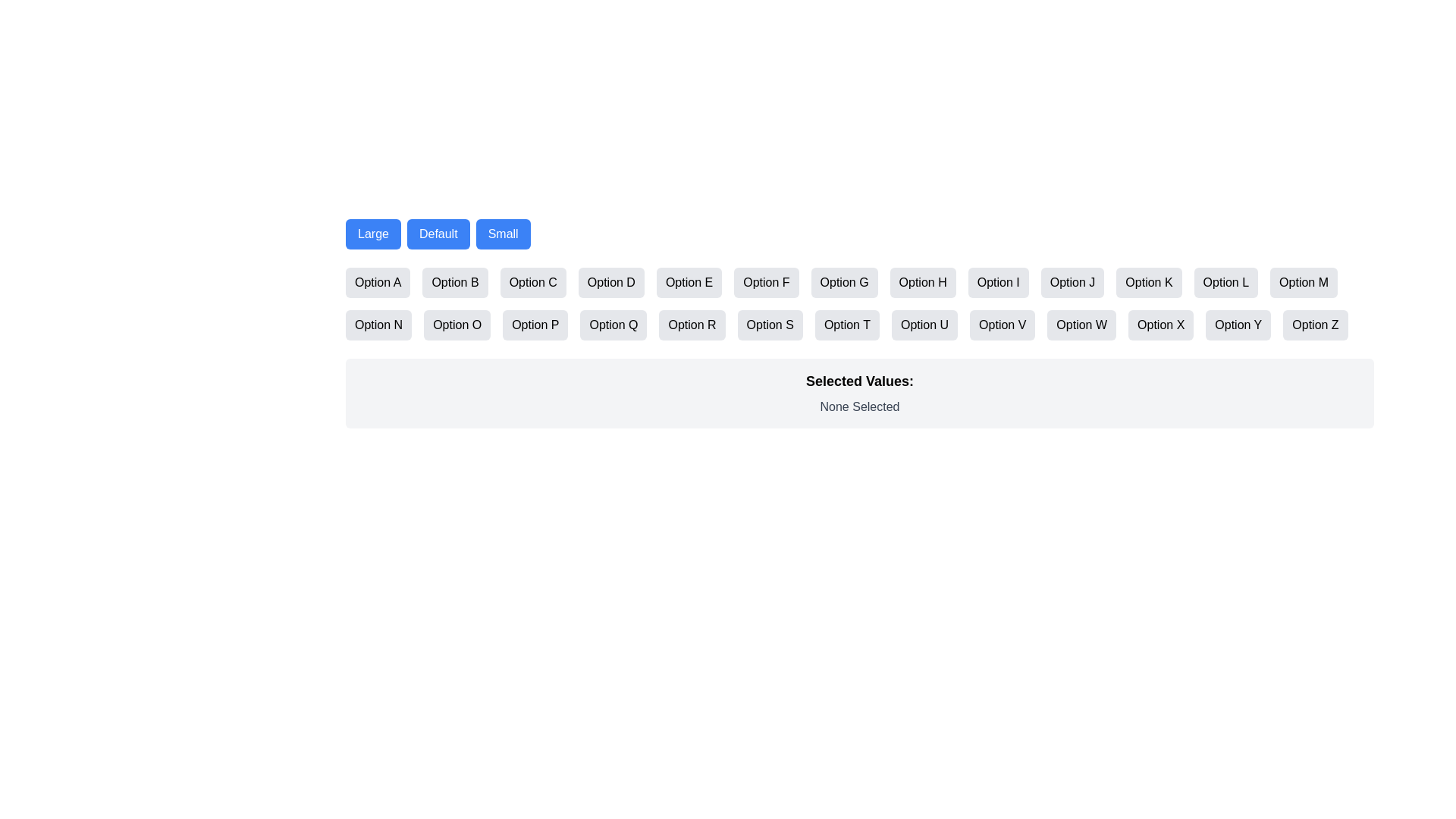 This screenshot has height=819, width=1456. What do you see at coordinates (1149, 283) in the screenshot?
I see `the button labeled 'Option K', which is positioned between 'Option J' and 'Option L'` at bounding box center [1149, 283].